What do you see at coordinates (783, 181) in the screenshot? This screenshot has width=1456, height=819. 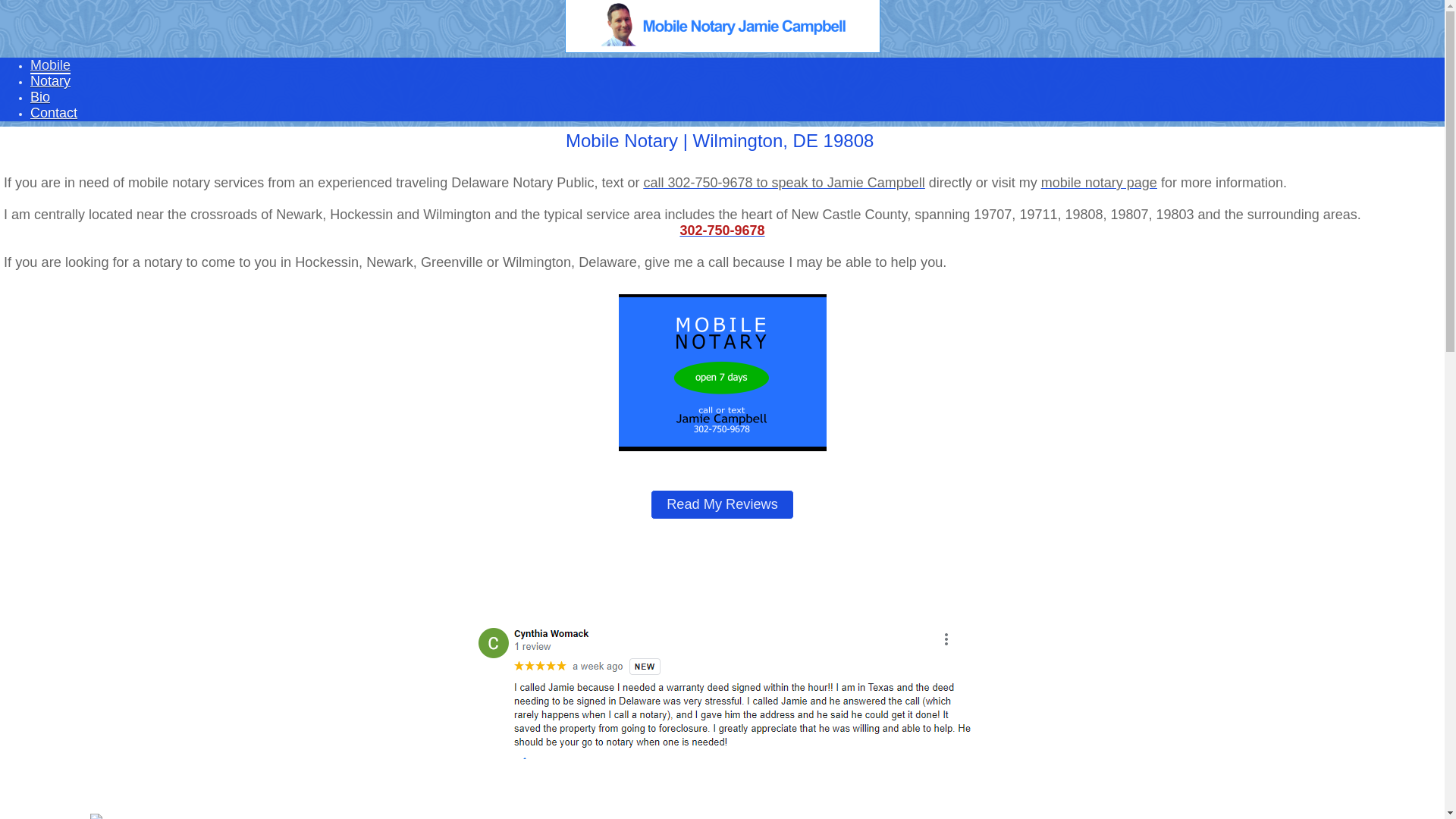 I see `'call 302-750-9678 to speak to Jamie Campbell'` at bounding box center [783, 181].